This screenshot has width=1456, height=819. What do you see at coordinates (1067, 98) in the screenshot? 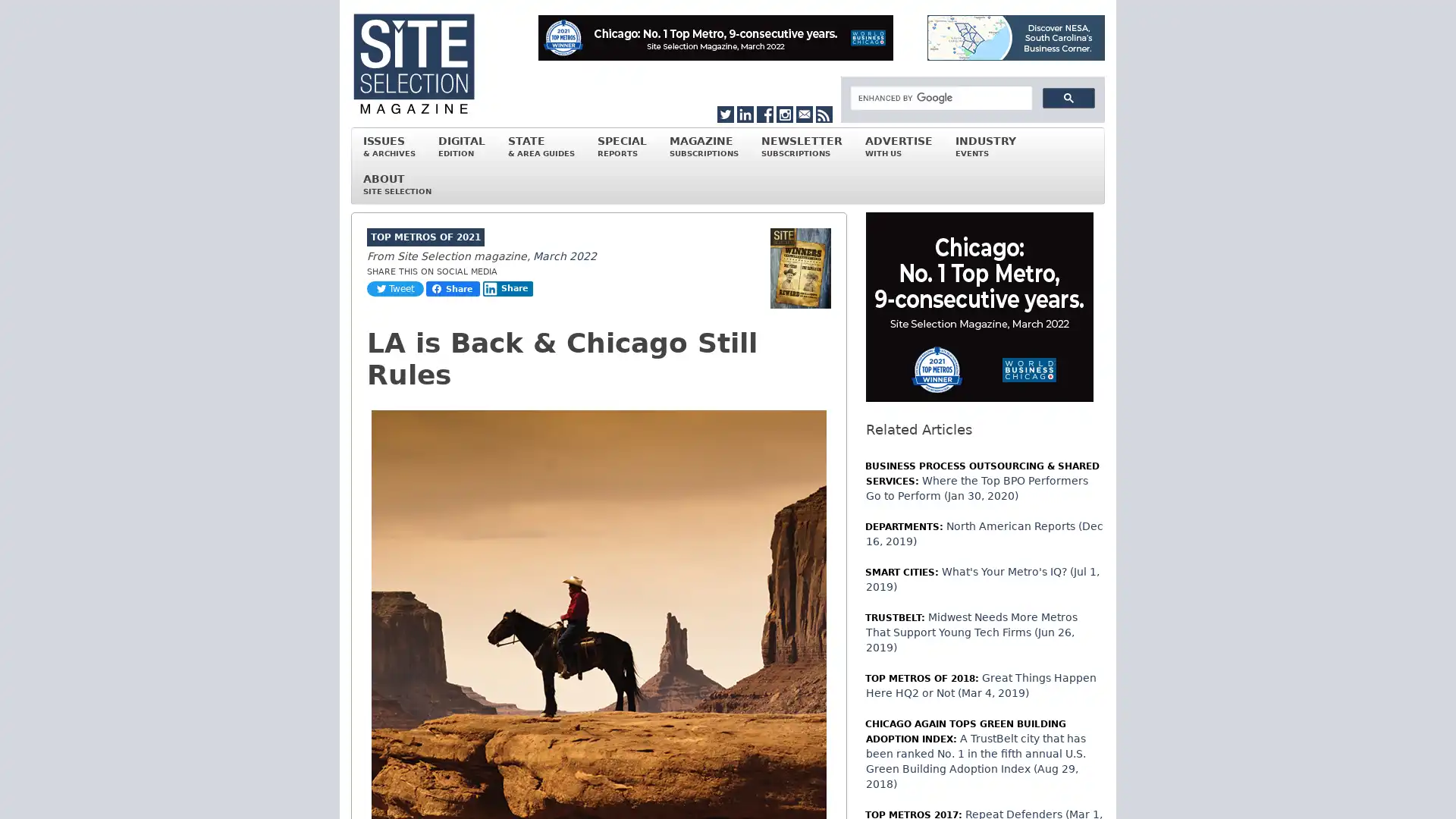
I see `search` at bounding box center [1067, 98].